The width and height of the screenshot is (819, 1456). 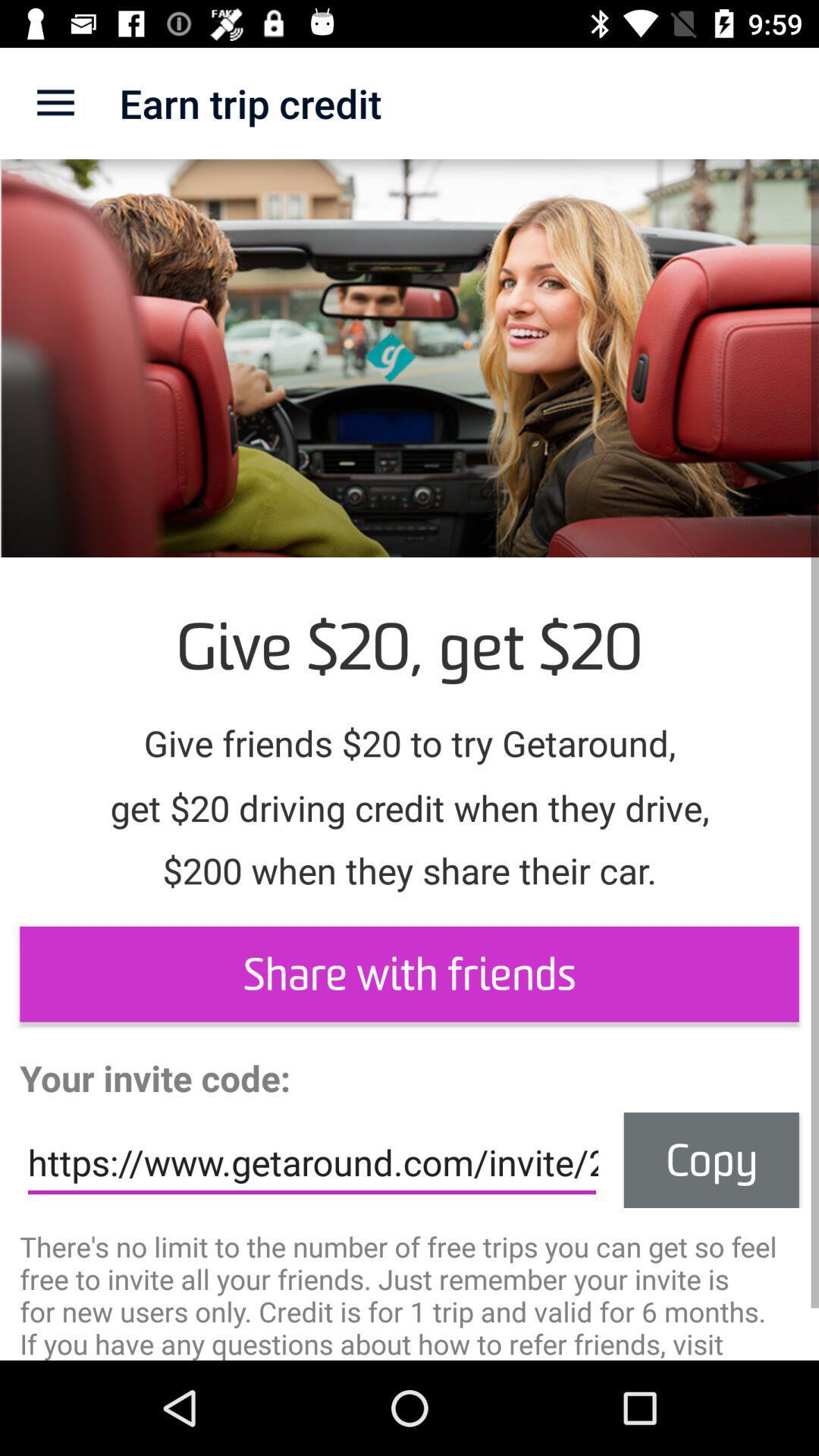 What do you see at coordinates (55, 102) in the screenshot?
I see `the app next to the earn trip credit item` at bounding box center [55, 102].